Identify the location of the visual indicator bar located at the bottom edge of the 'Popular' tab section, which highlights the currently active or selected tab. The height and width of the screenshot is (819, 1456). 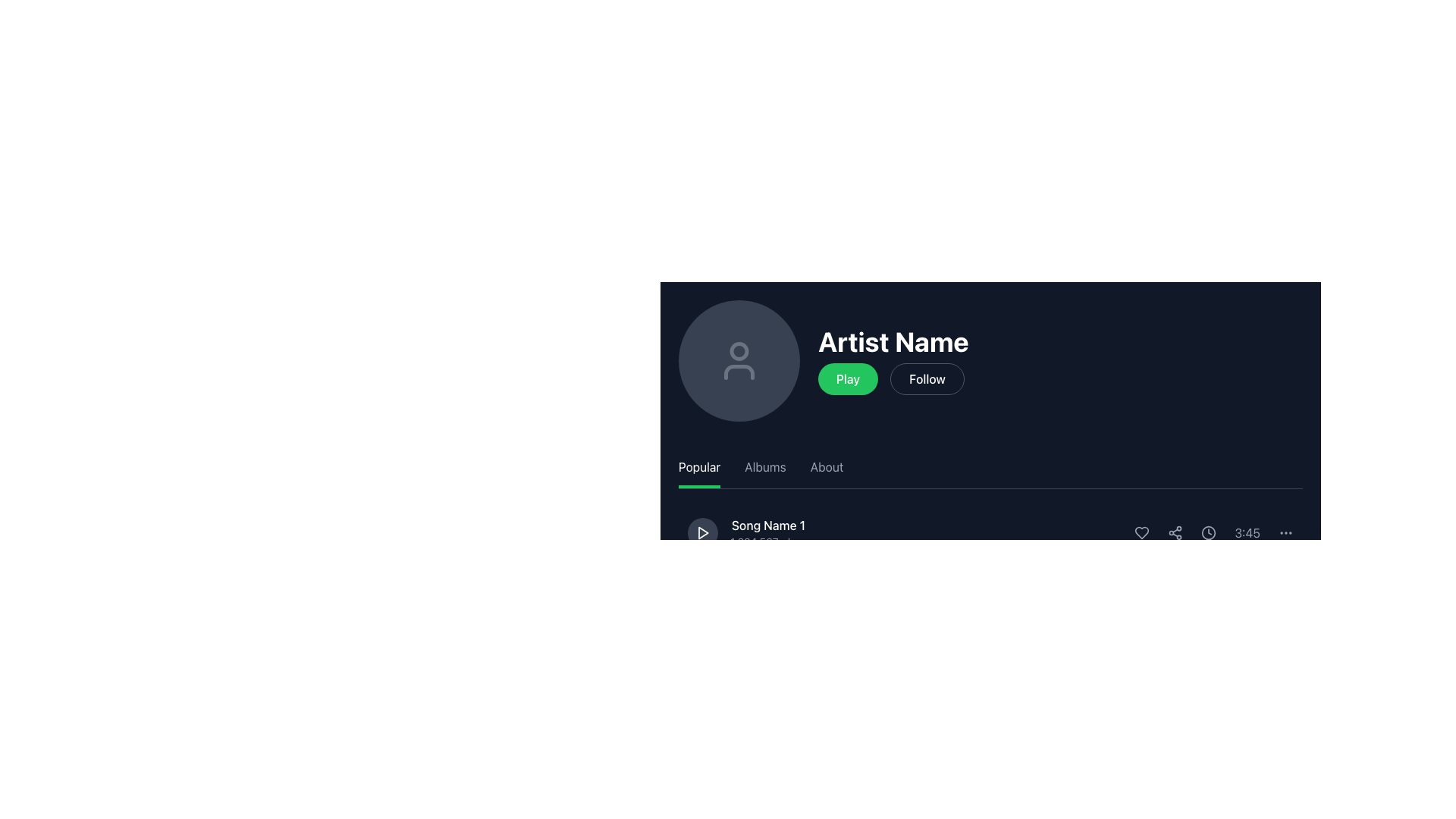
(698, 486).